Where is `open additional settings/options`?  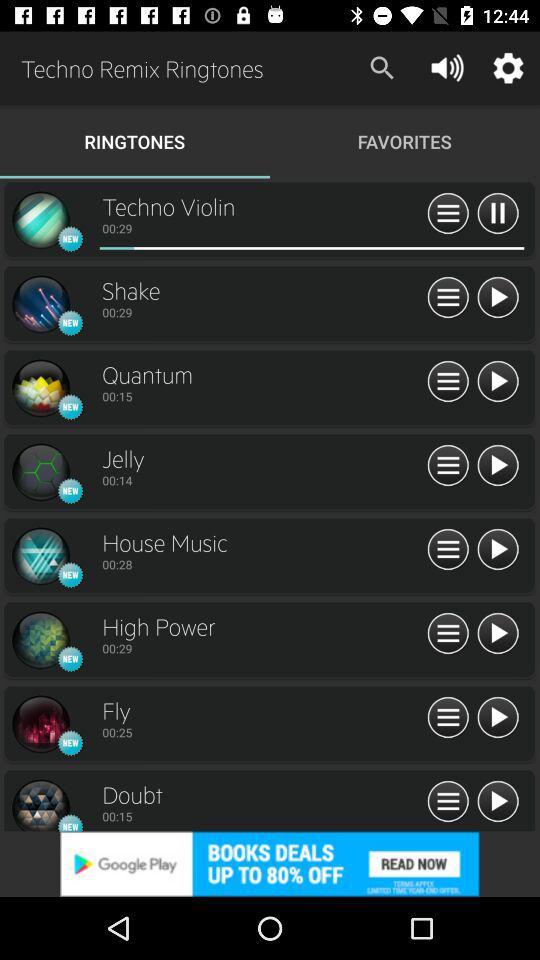 open additional settings/options is located at coordinates (448, 214).